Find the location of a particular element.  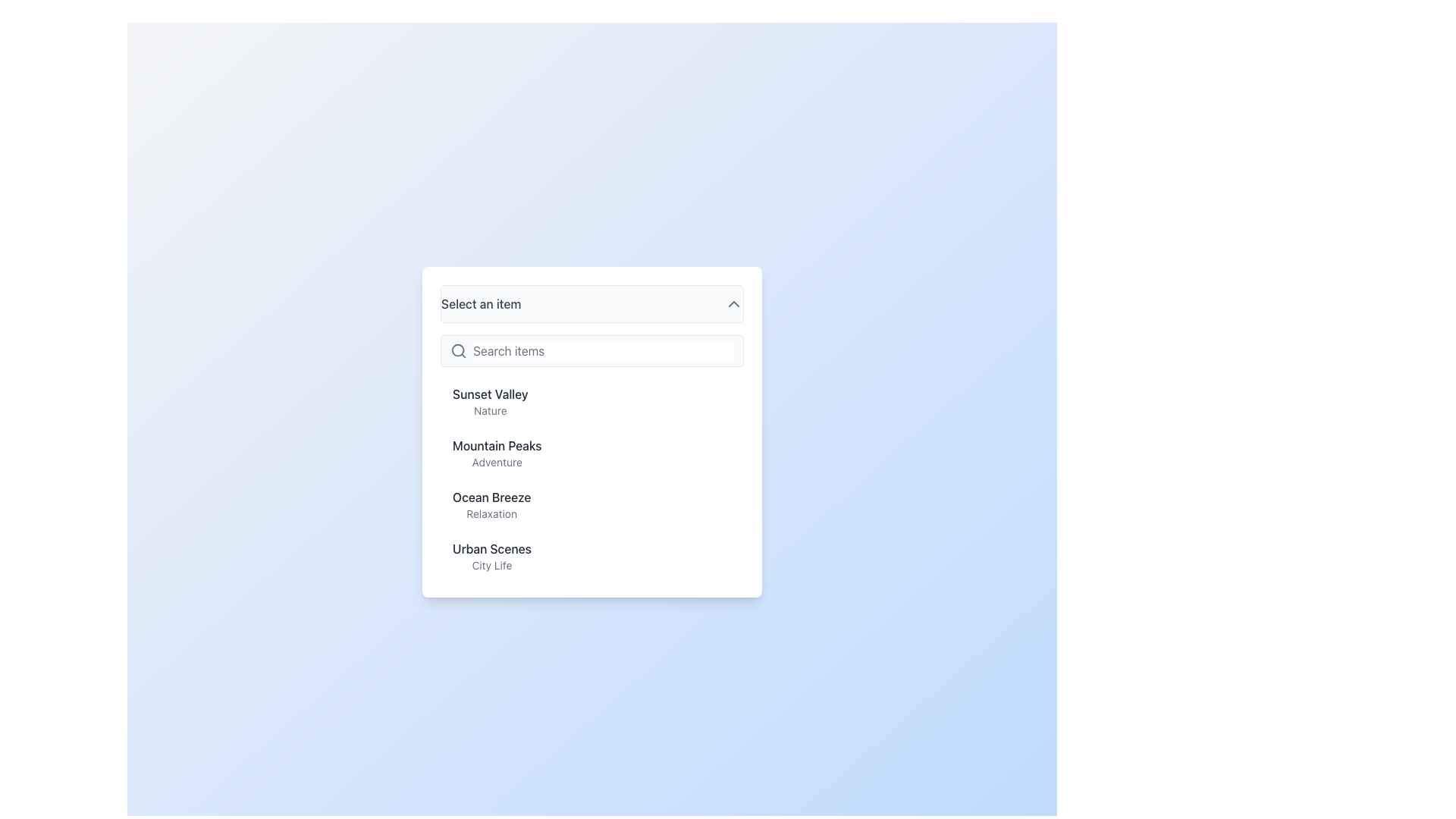

the Text Label that provides additional context for the title 'Urban Scenes', which is located in the dropdown list as the second line of a two-line entry is located at coordinates (491, 565).